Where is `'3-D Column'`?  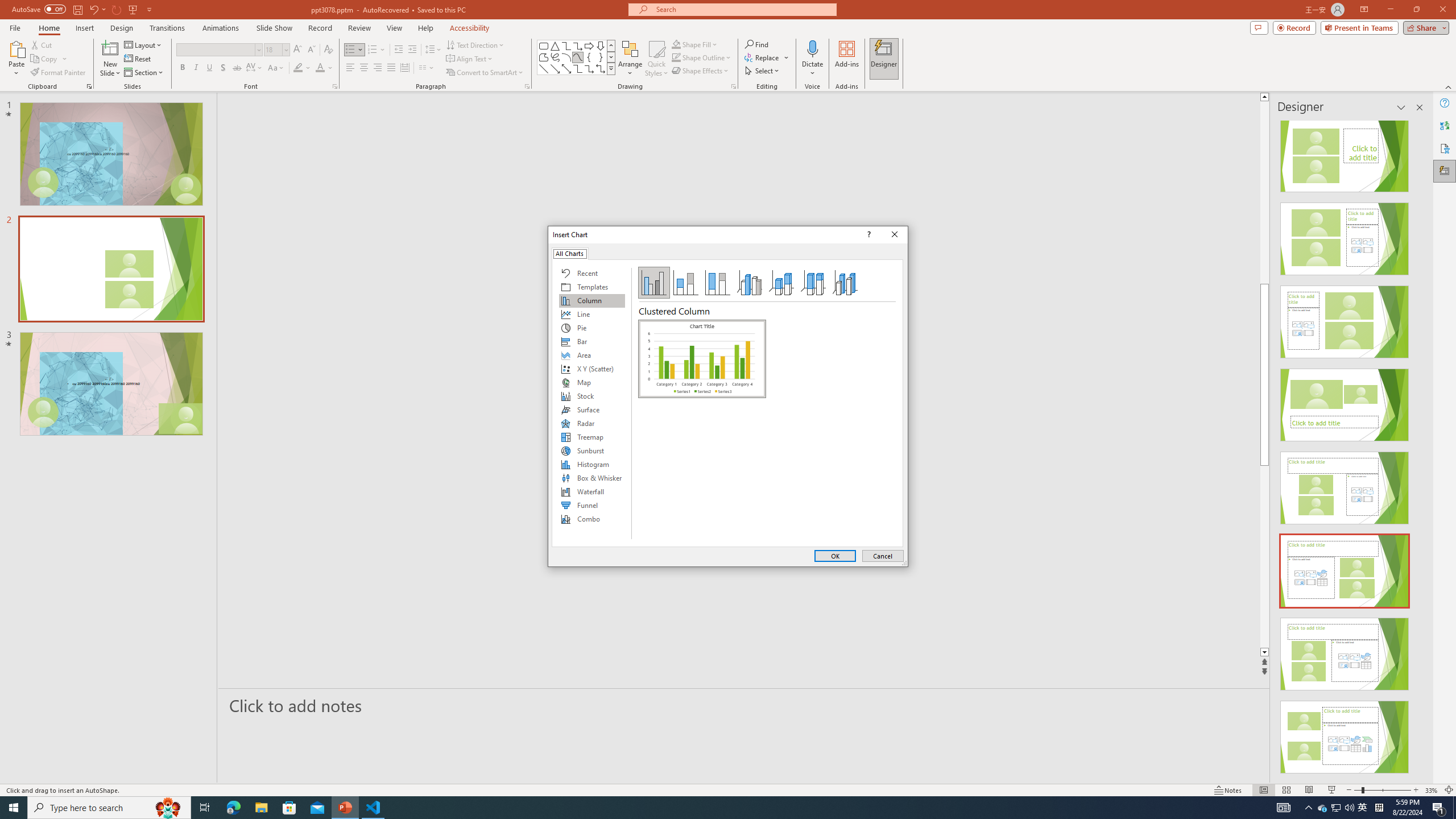 '3-D Column' is located at coordinates (845, 283).